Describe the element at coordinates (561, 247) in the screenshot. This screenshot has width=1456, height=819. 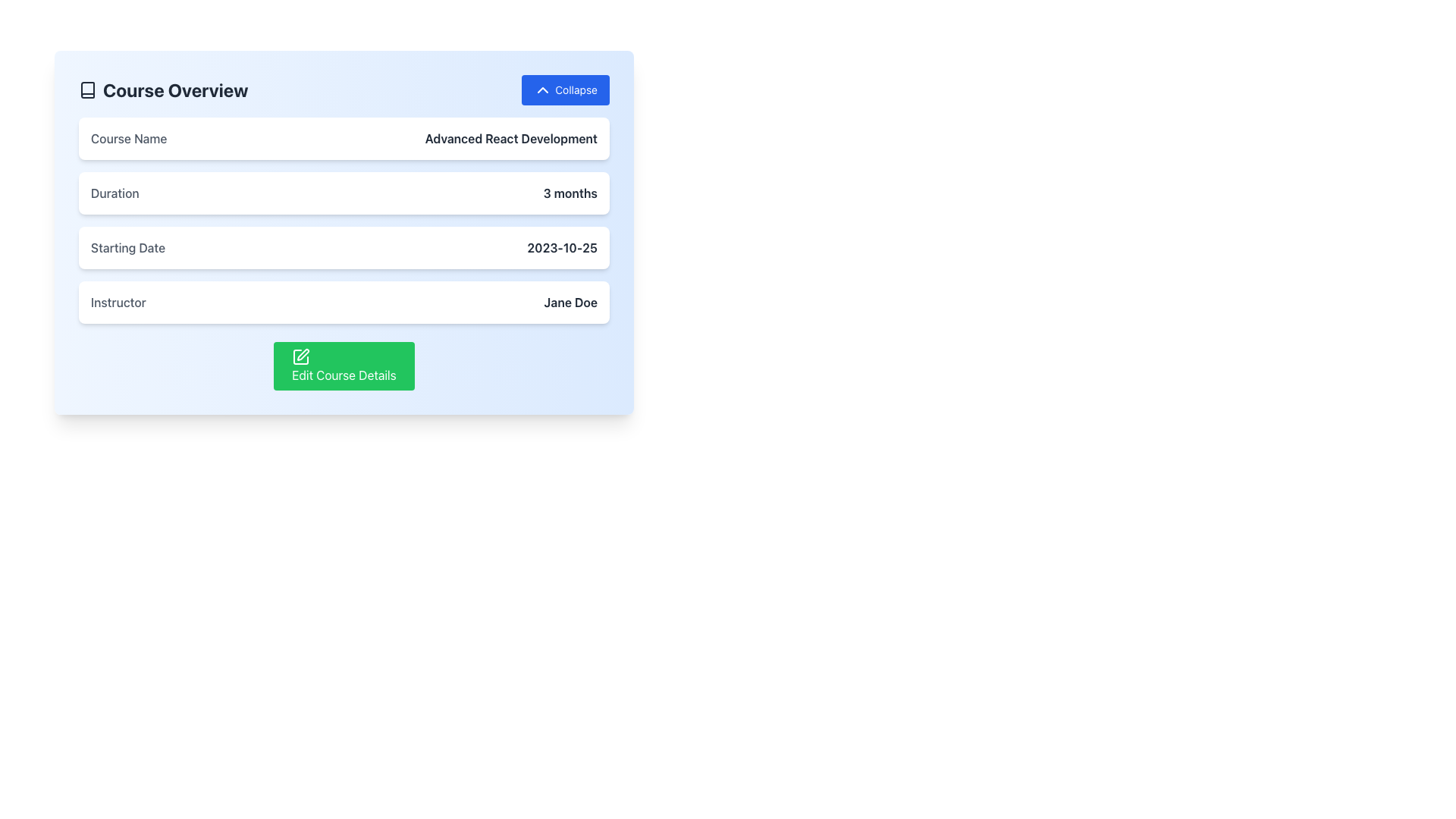
I see `the static text displaying the starting date of the course, located in the bottom-right corner of the 'Course Overview' panel` at that location.